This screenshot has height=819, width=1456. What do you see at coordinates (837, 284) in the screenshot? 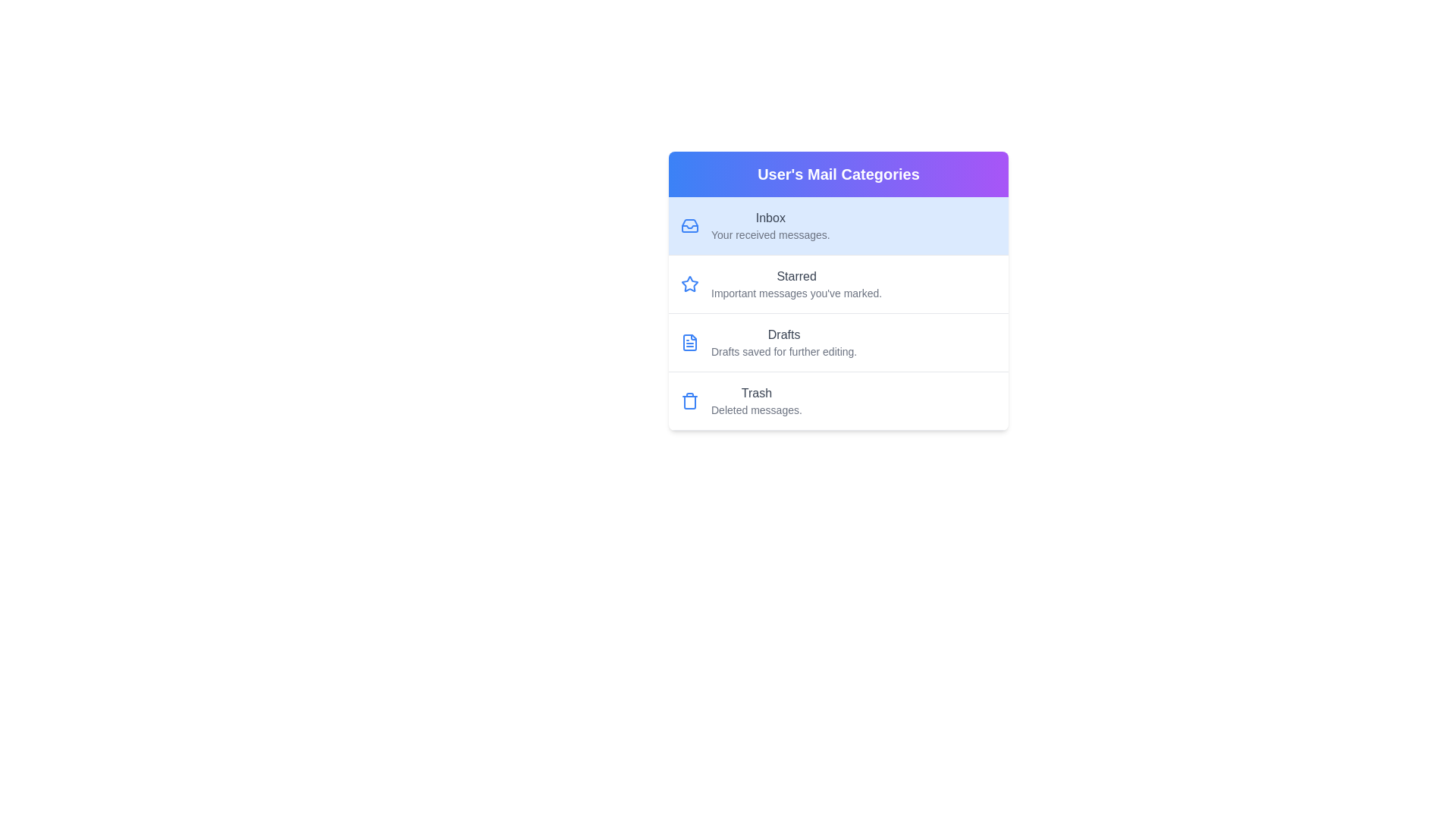
I see `the mail category item corresponding to Starred` at bounding box center [837, 284].